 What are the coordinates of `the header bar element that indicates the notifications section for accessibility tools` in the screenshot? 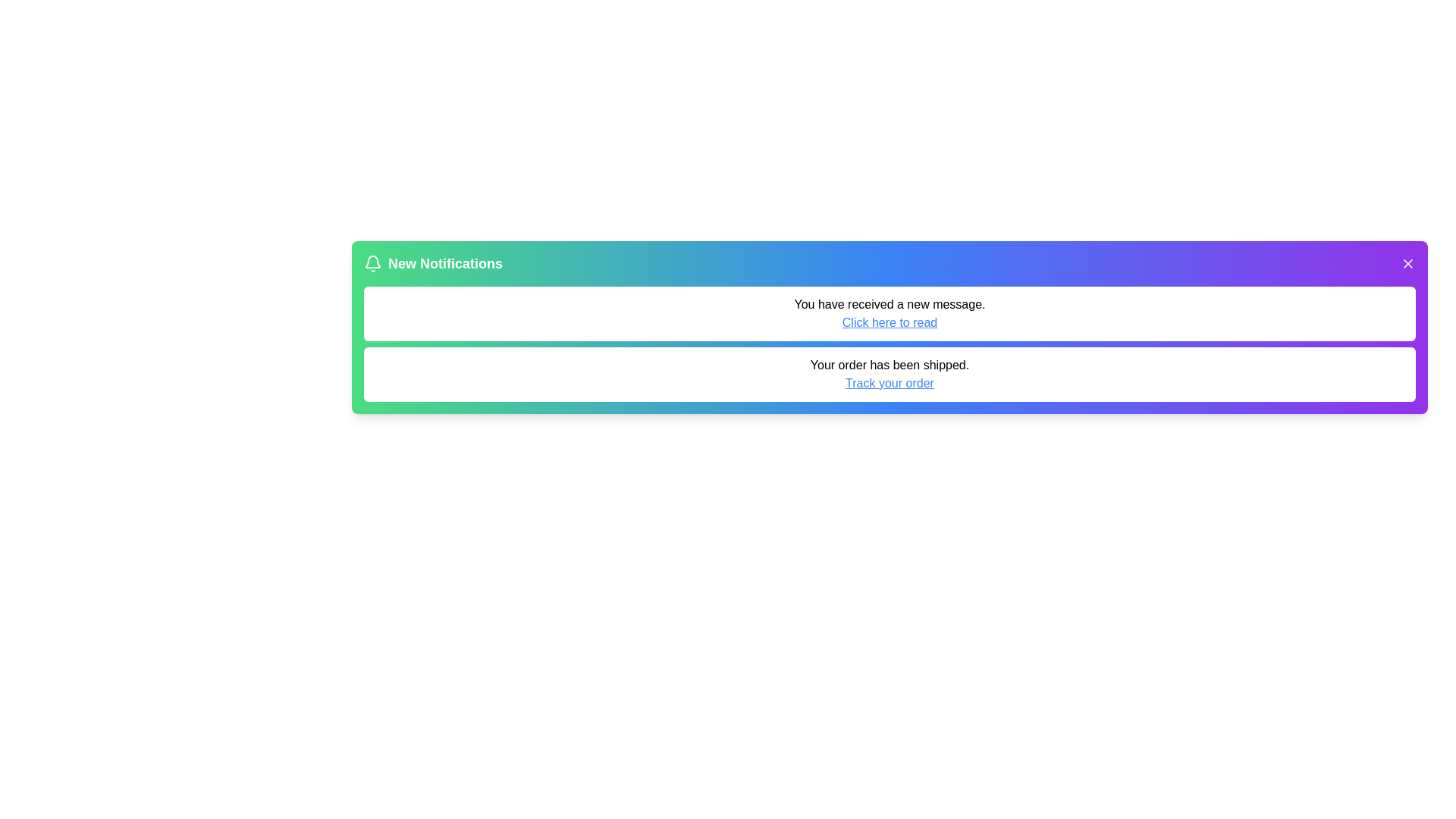 It's located at (890, 262).